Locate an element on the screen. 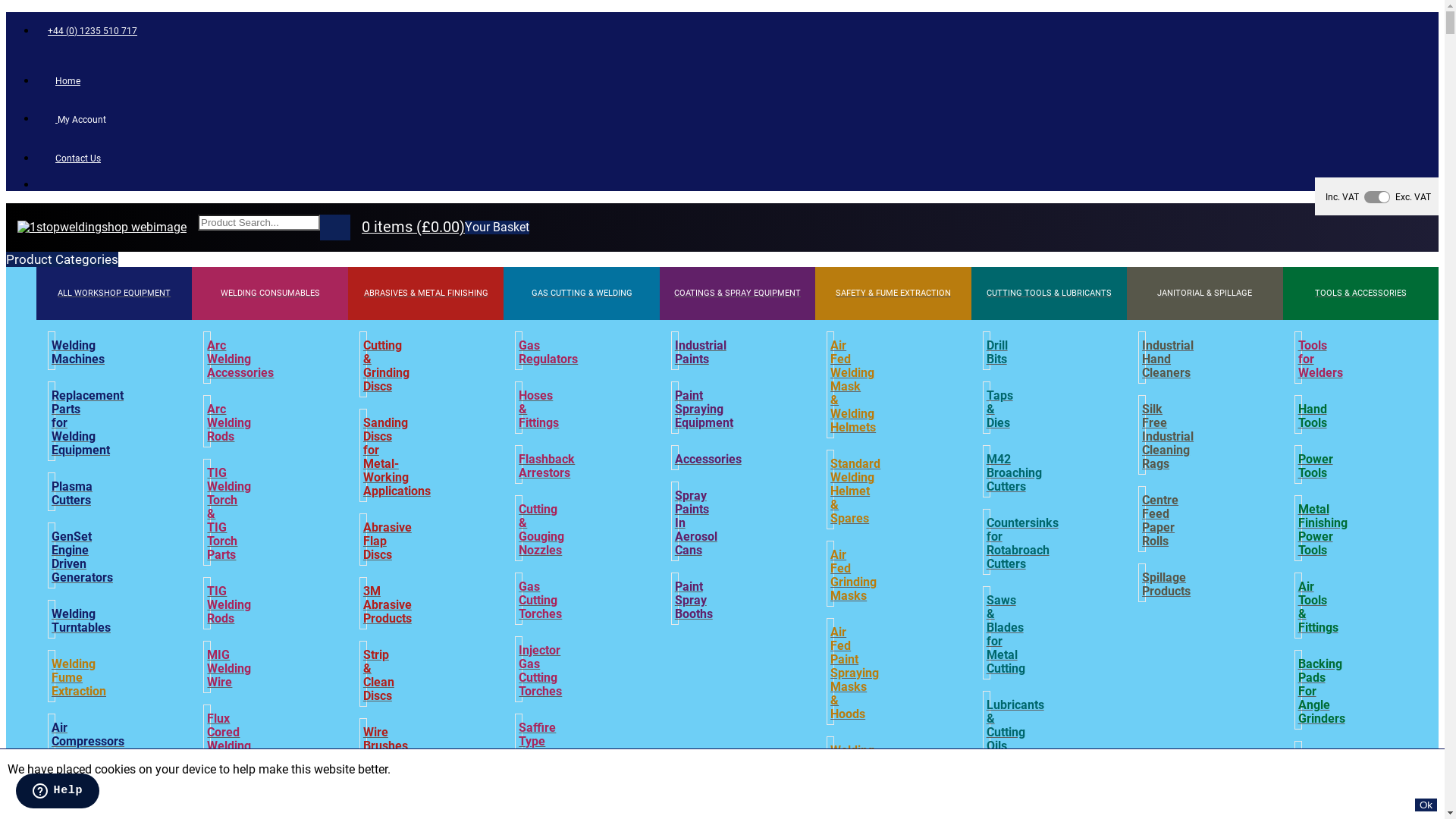  'Spray Paints In Aerosol Cans' is located at coordinates (695, 522).